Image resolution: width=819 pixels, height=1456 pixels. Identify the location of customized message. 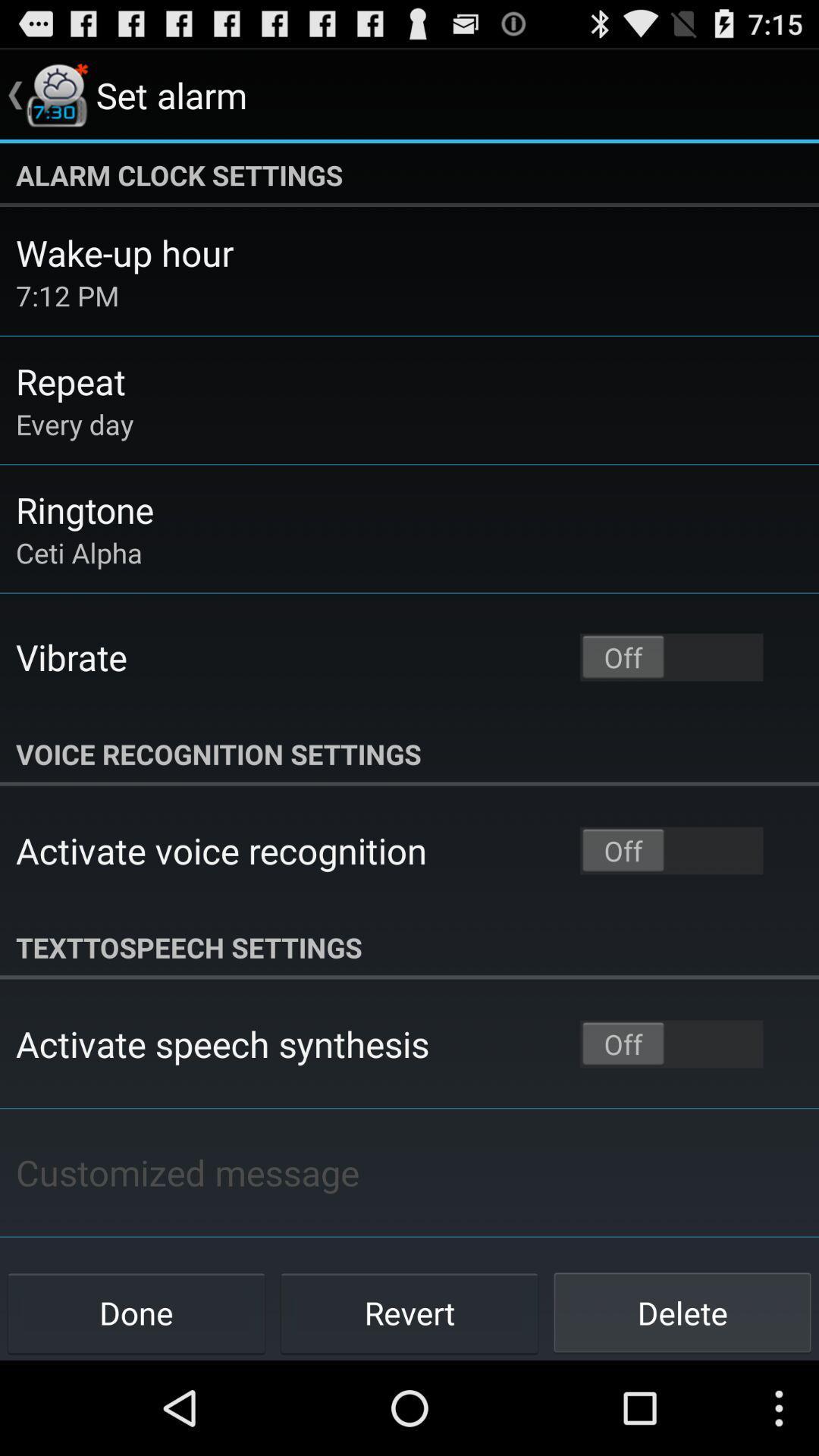
(187, 1172).